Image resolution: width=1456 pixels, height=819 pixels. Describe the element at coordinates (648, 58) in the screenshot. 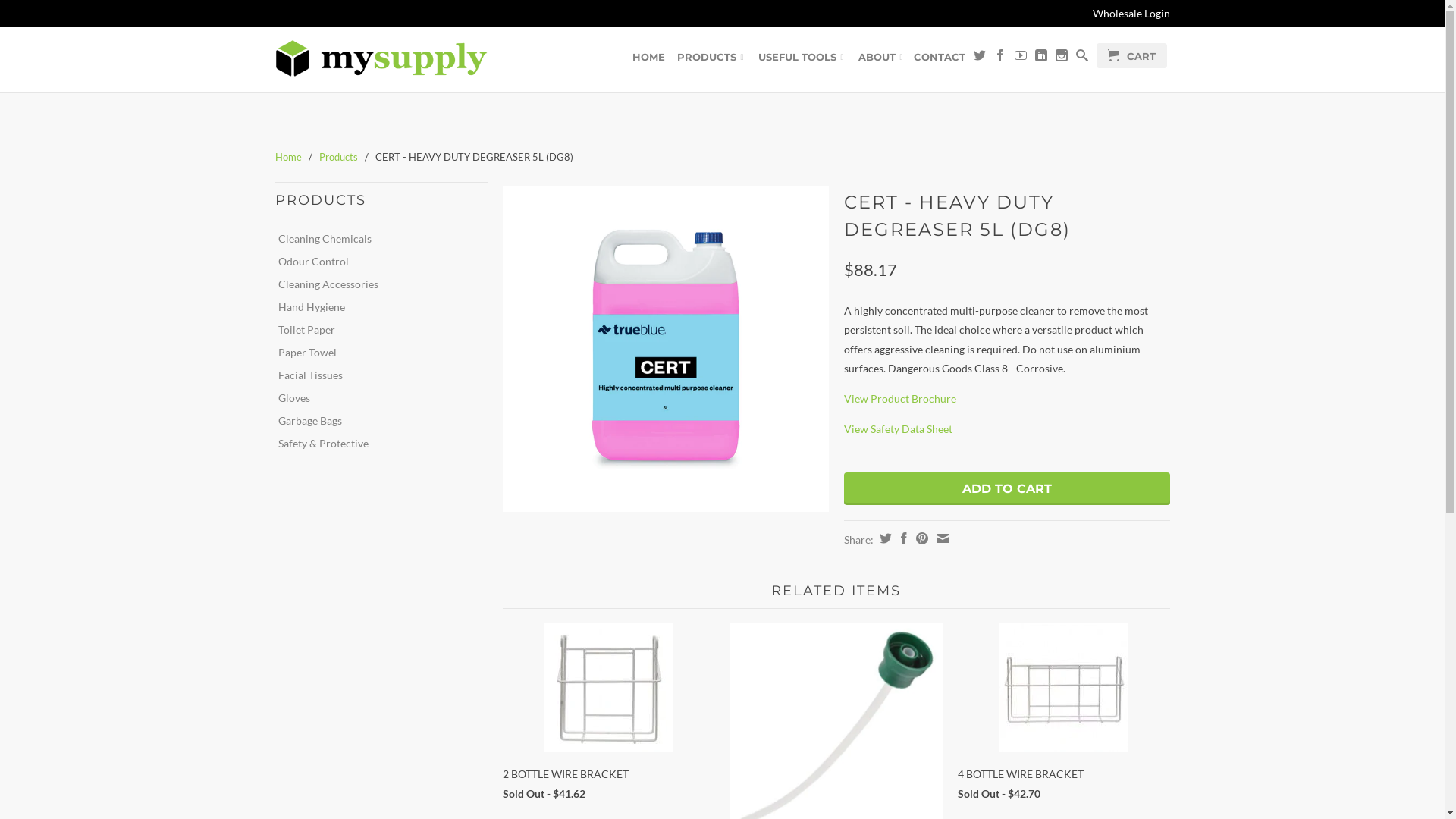

I see `'HOME'` at that location.